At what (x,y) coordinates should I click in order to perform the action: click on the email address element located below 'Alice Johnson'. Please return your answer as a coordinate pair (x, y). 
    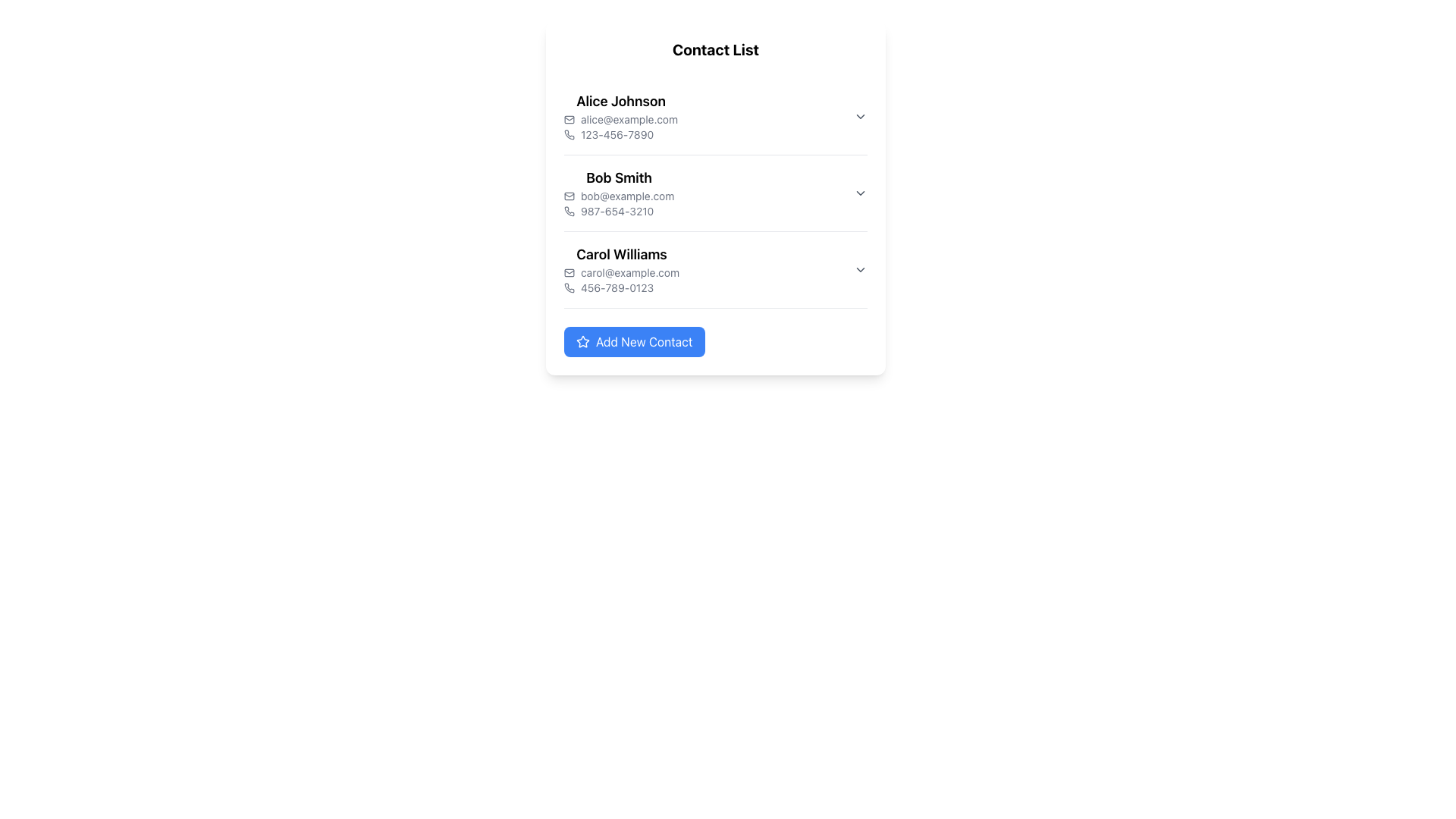
    Looking at the image, I should click on (621, 119).